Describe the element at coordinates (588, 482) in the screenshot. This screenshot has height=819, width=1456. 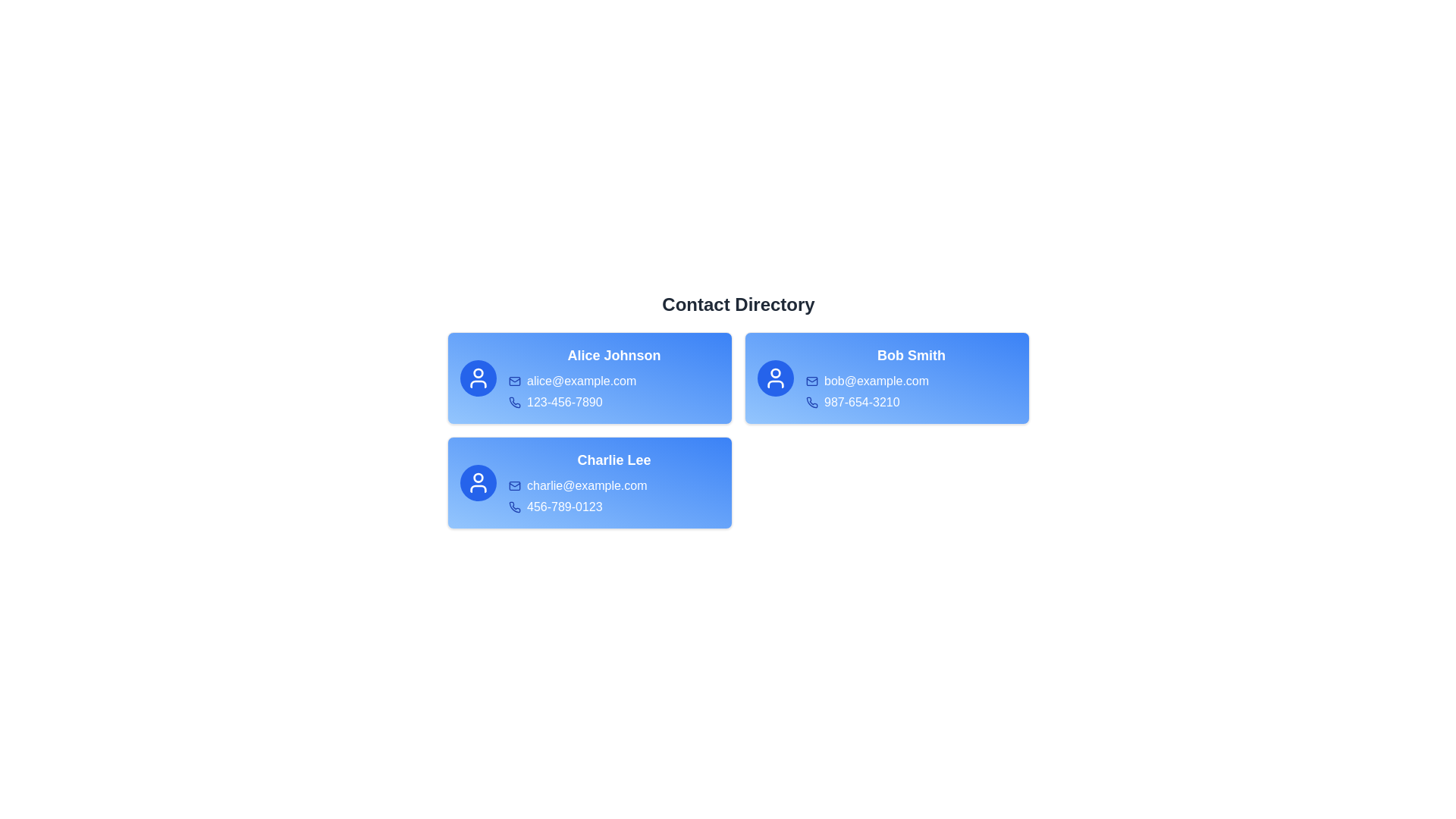
I see `the contact card for Charlie Lee` at that location.